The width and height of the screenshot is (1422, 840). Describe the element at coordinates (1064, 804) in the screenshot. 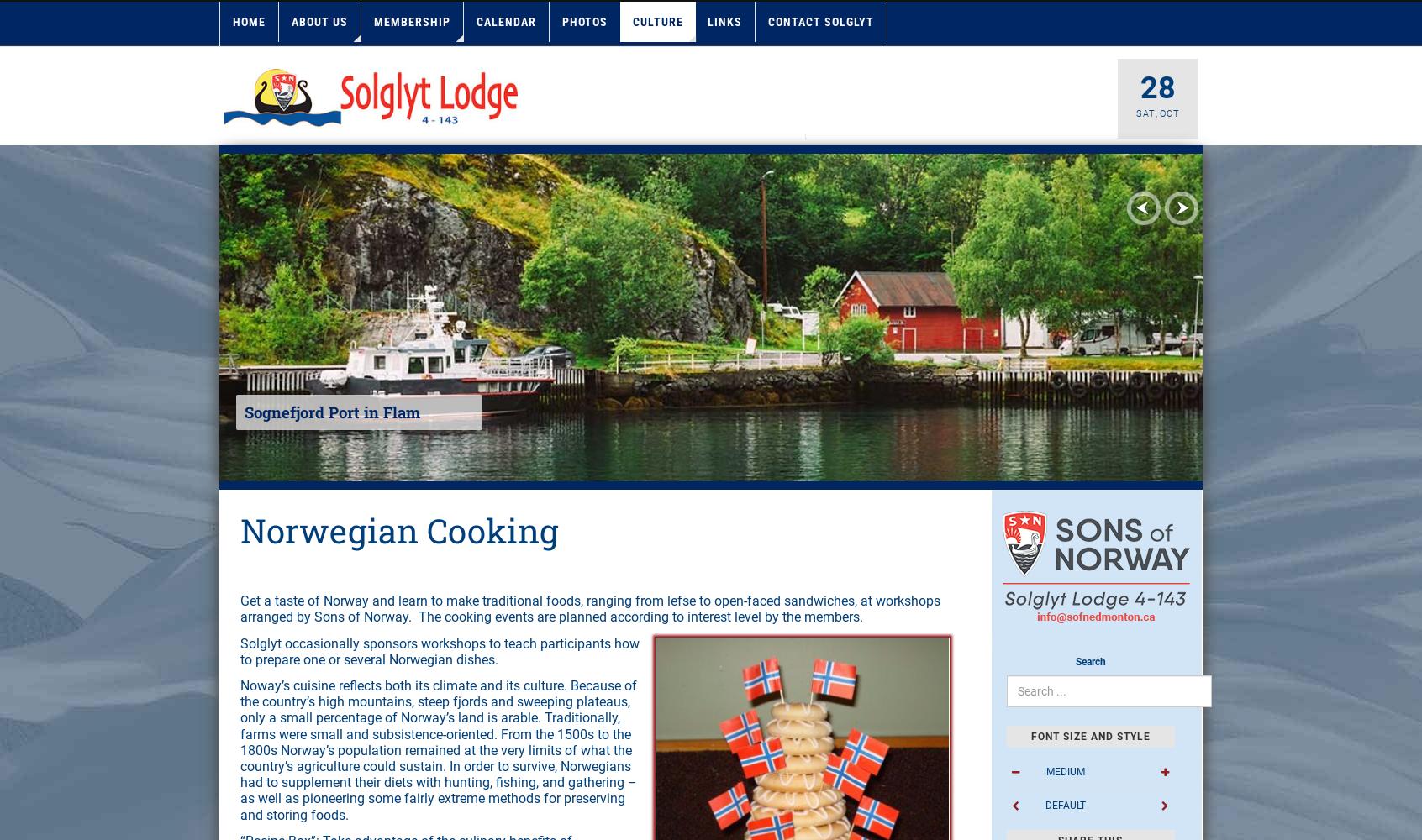

I see `'Default'` at that location.